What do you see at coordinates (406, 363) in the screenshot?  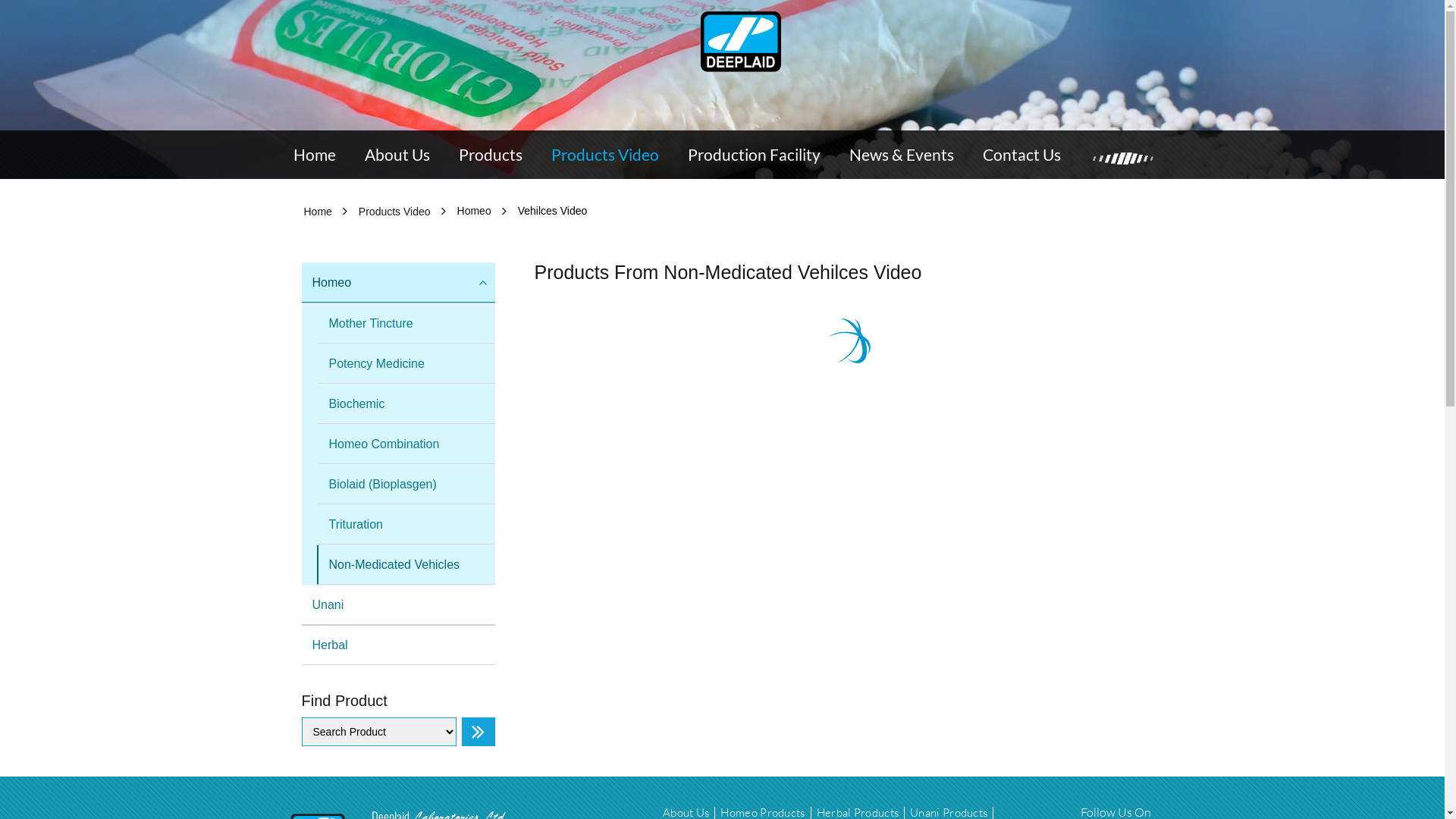 I see `'Potency Medicine'` at bounding box center [406, 363].